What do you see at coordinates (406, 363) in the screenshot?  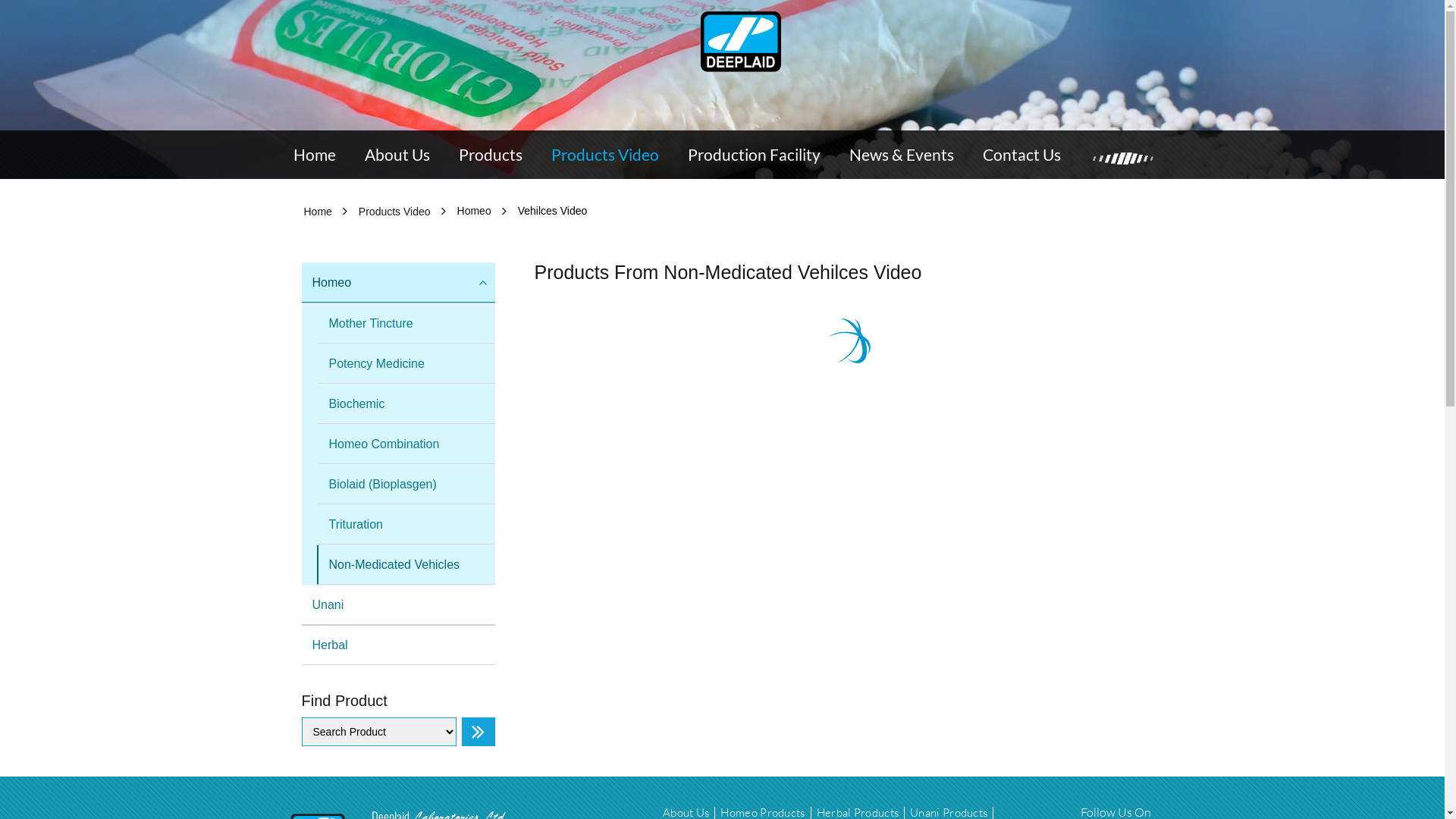 I see `'Potency Medicine'` at bounding box center [406, 363].